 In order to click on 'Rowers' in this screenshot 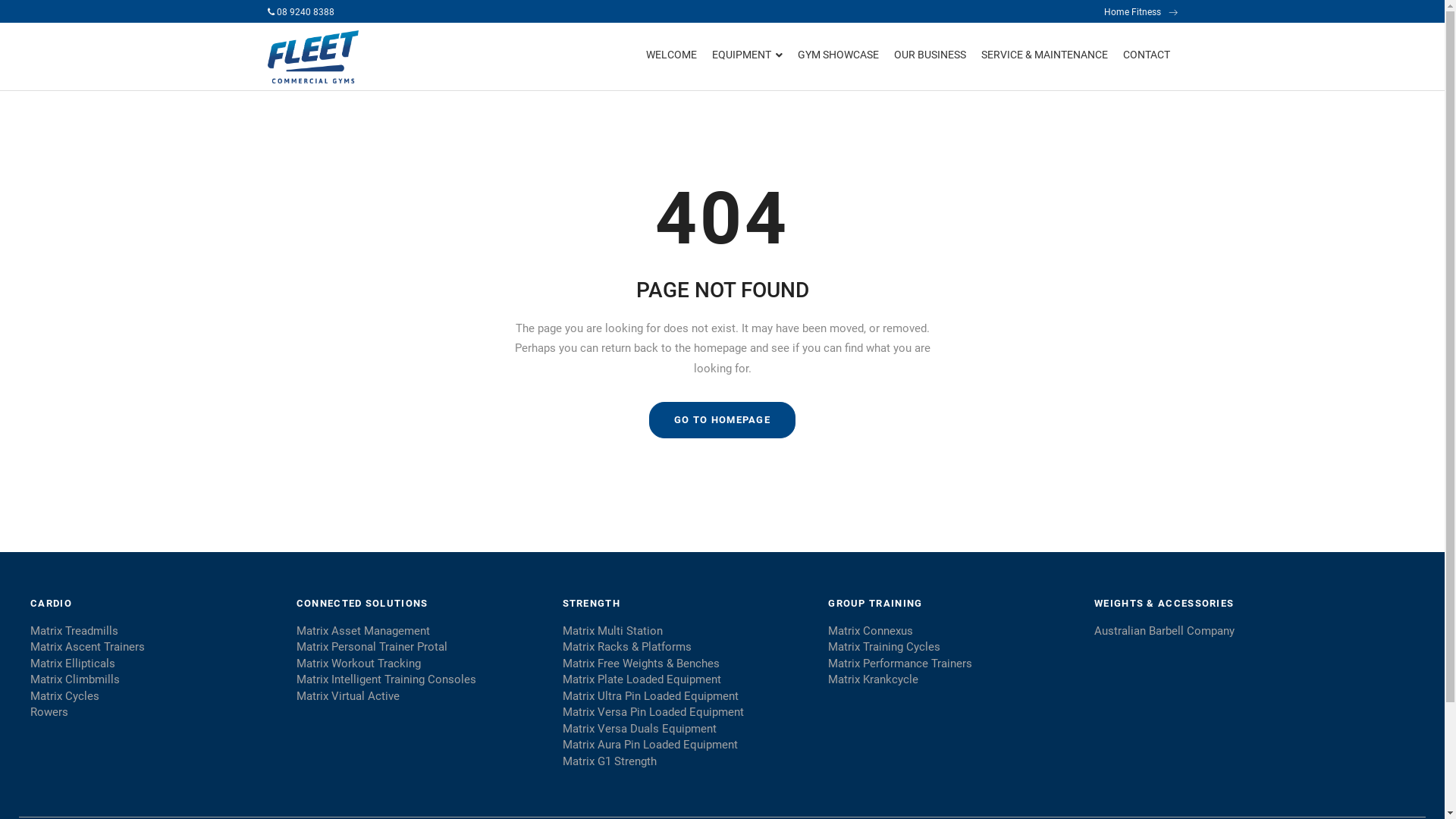, I will do `click(30, 712)`.